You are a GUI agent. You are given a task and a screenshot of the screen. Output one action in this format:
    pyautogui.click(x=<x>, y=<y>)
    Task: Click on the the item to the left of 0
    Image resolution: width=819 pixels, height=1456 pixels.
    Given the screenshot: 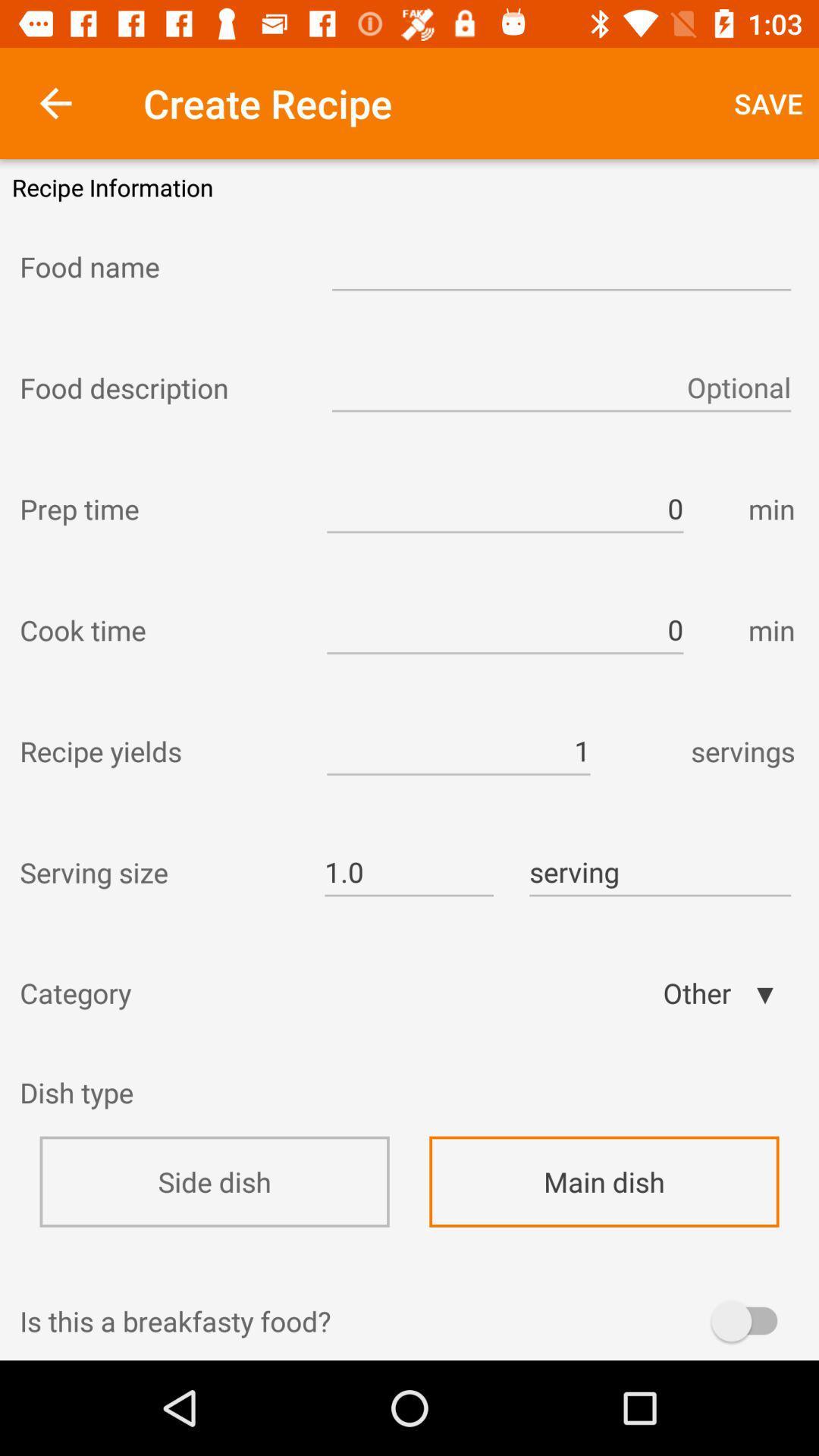 What is the action you would take?
    pyautogui.click(x=159, y=509)
    